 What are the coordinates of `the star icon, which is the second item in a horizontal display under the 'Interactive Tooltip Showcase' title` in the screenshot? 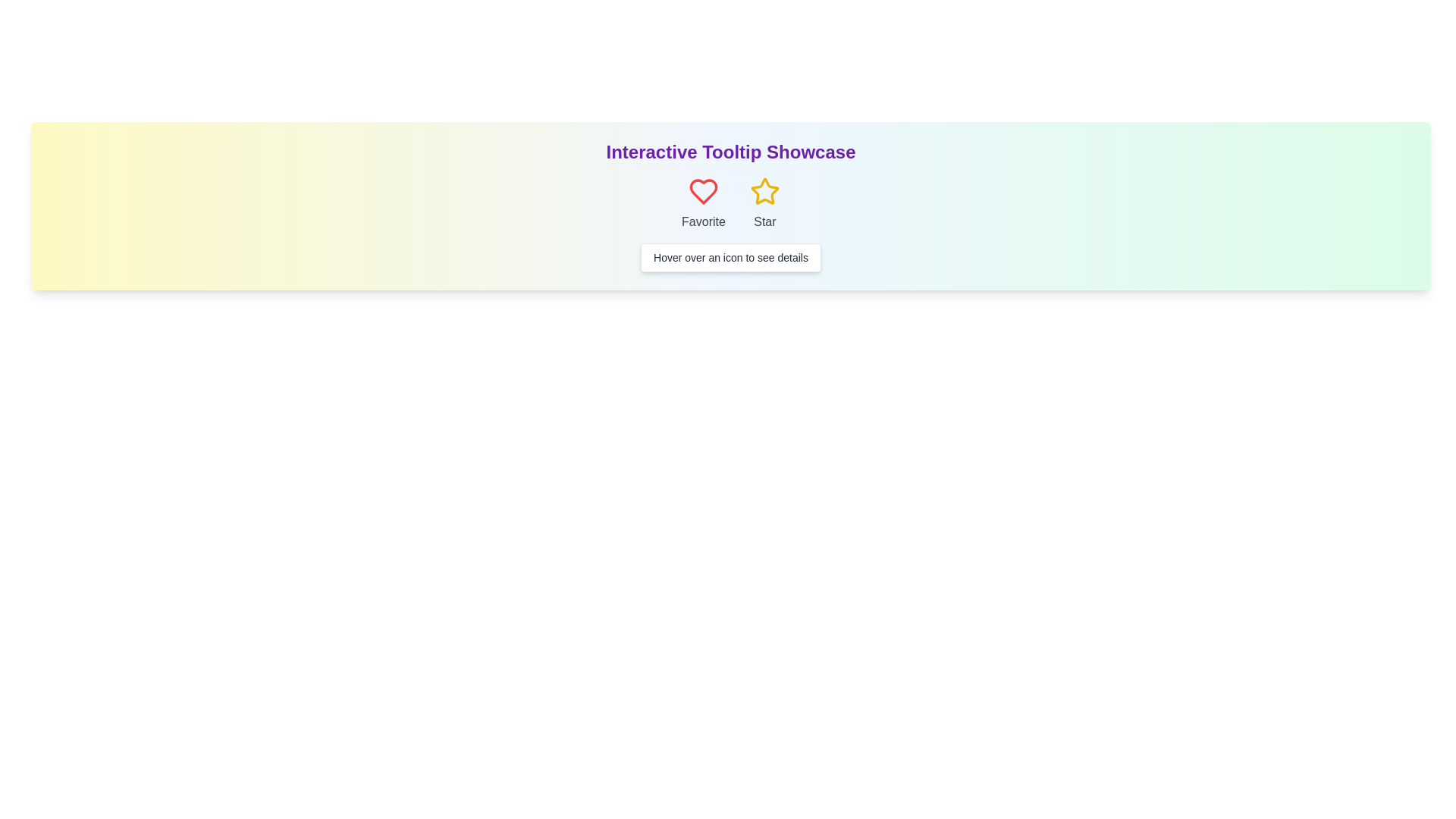 It's located at (764, 191).